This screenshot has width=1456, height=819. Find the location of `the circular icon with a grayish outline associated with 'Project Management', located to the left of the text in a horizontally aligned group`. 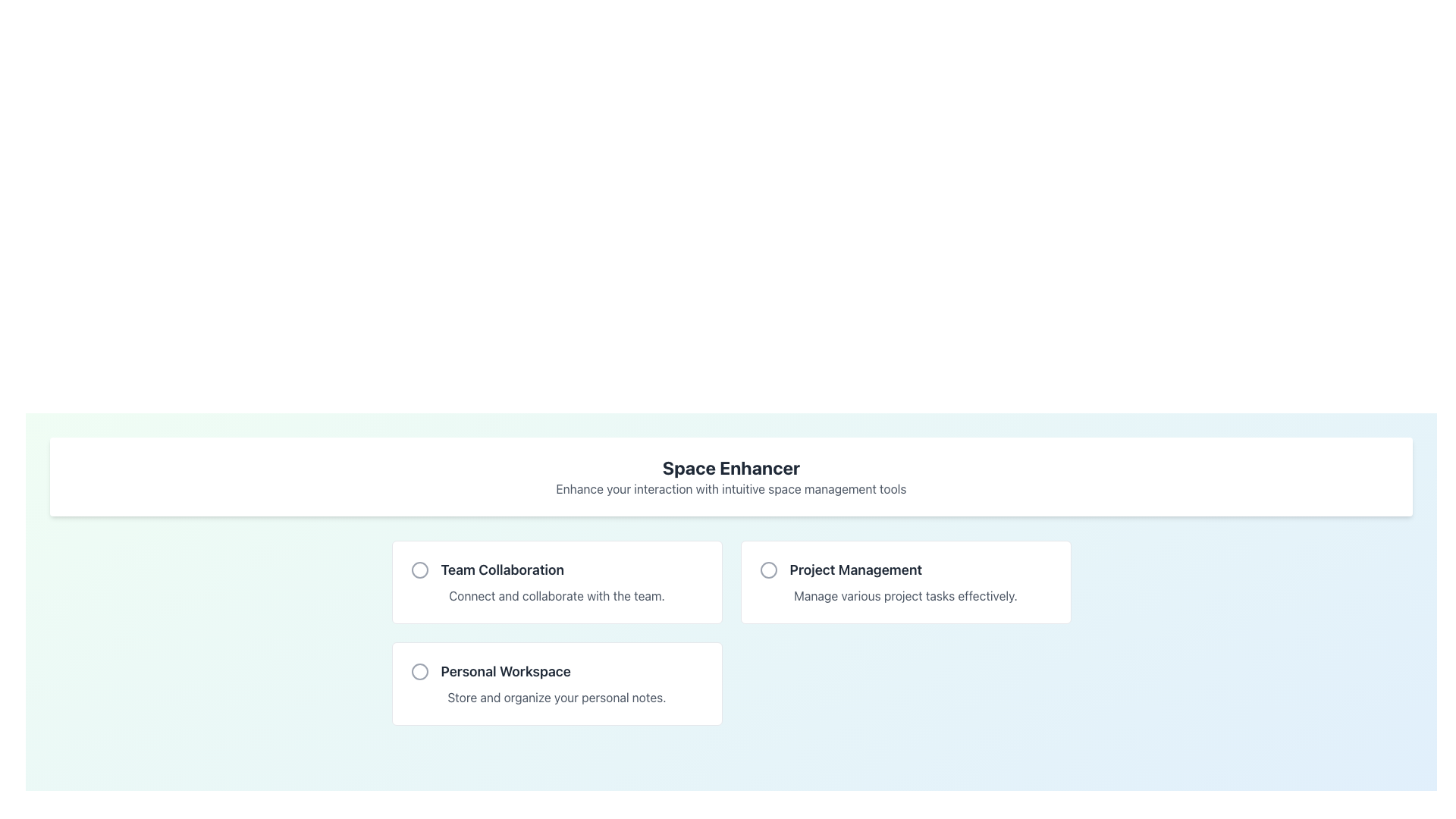

the circular icon with a grayish outline associated with 'Project Management', located to the left of the text in a horizontally aligned group is located at coordinates (768, 570).